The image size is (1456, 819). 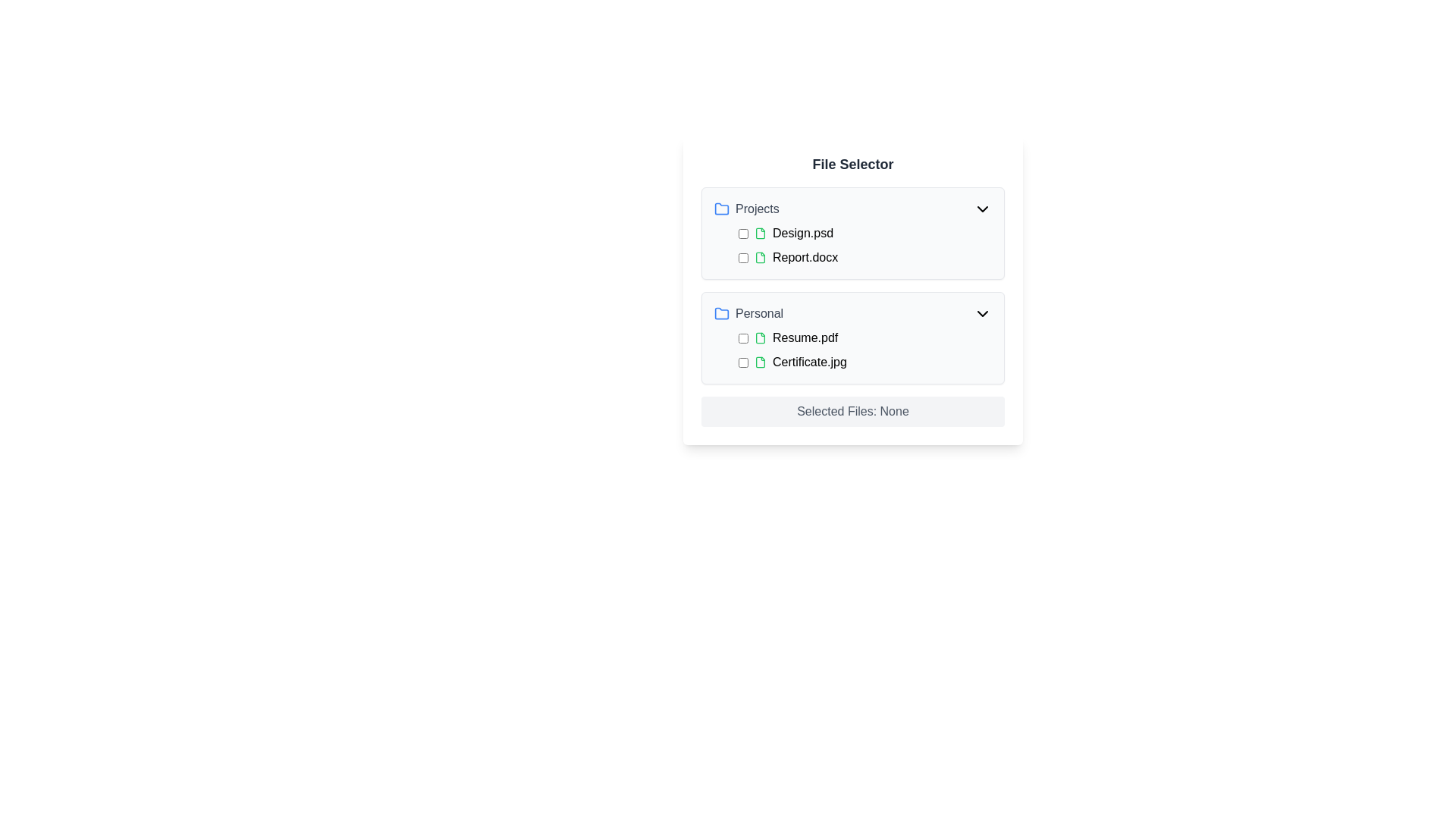 What do you see at coordinates (852, 245) in the screenshot?
I see `the second entry` at bounding box center [852, 245].